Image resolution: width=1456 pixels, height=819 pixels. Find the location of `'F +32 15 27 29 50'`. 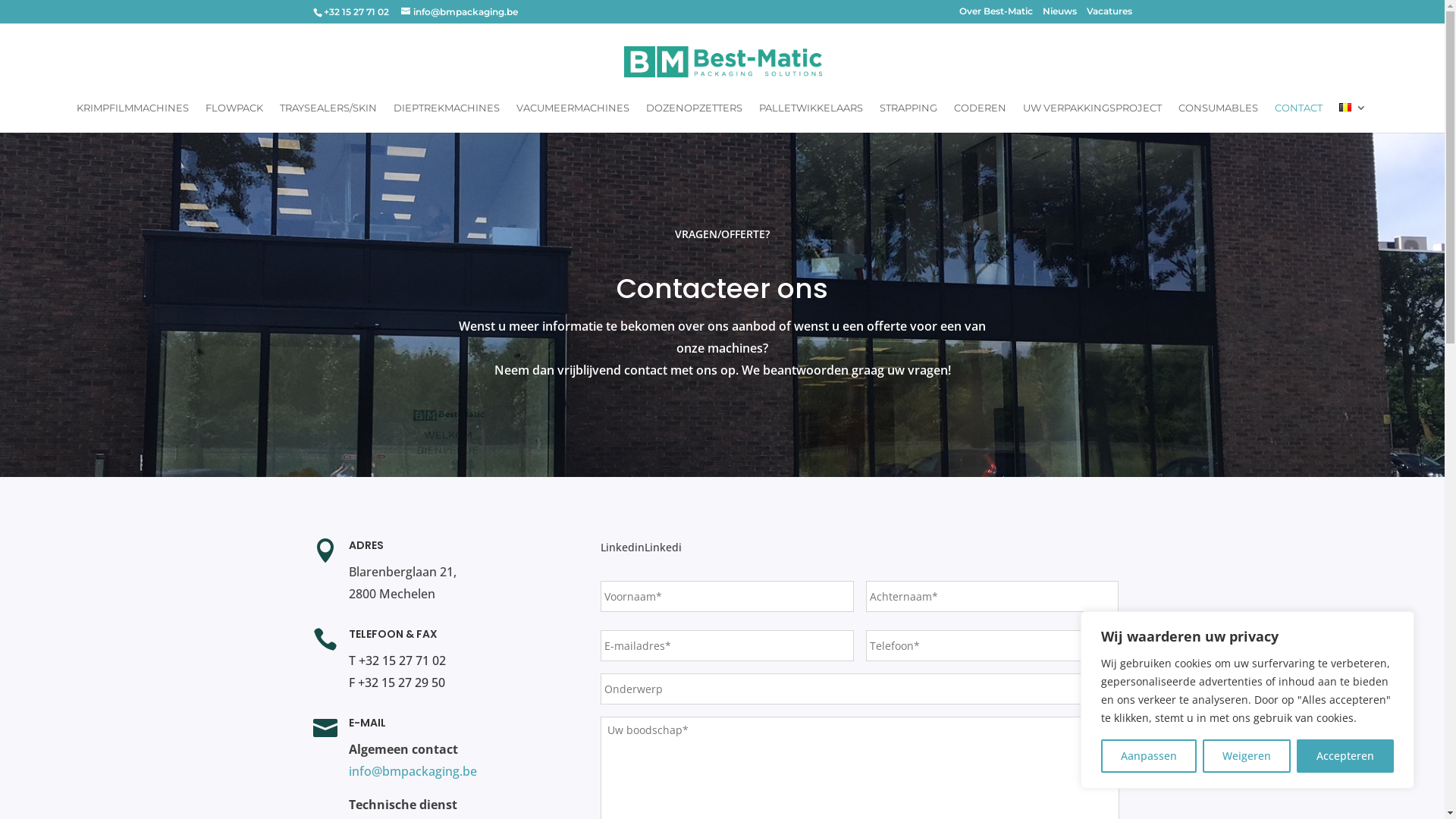

'F +32 15 27 29 50' is located at coordinates (397, 681).